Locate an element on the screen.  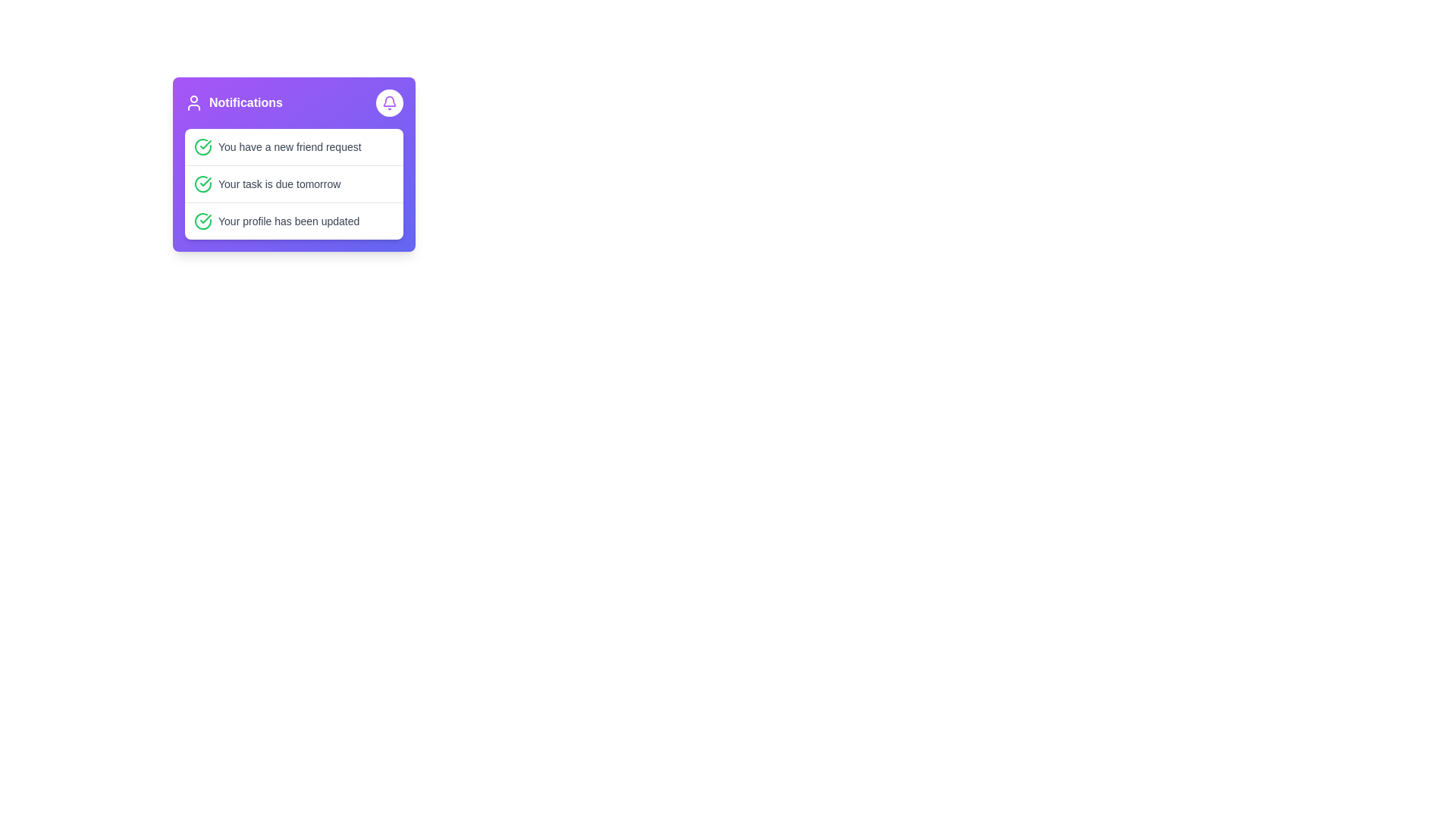
the purple bell-shaped icon located at the center of the rounded button in the top-right corner of the notification card is located at coordinates (389, 102).